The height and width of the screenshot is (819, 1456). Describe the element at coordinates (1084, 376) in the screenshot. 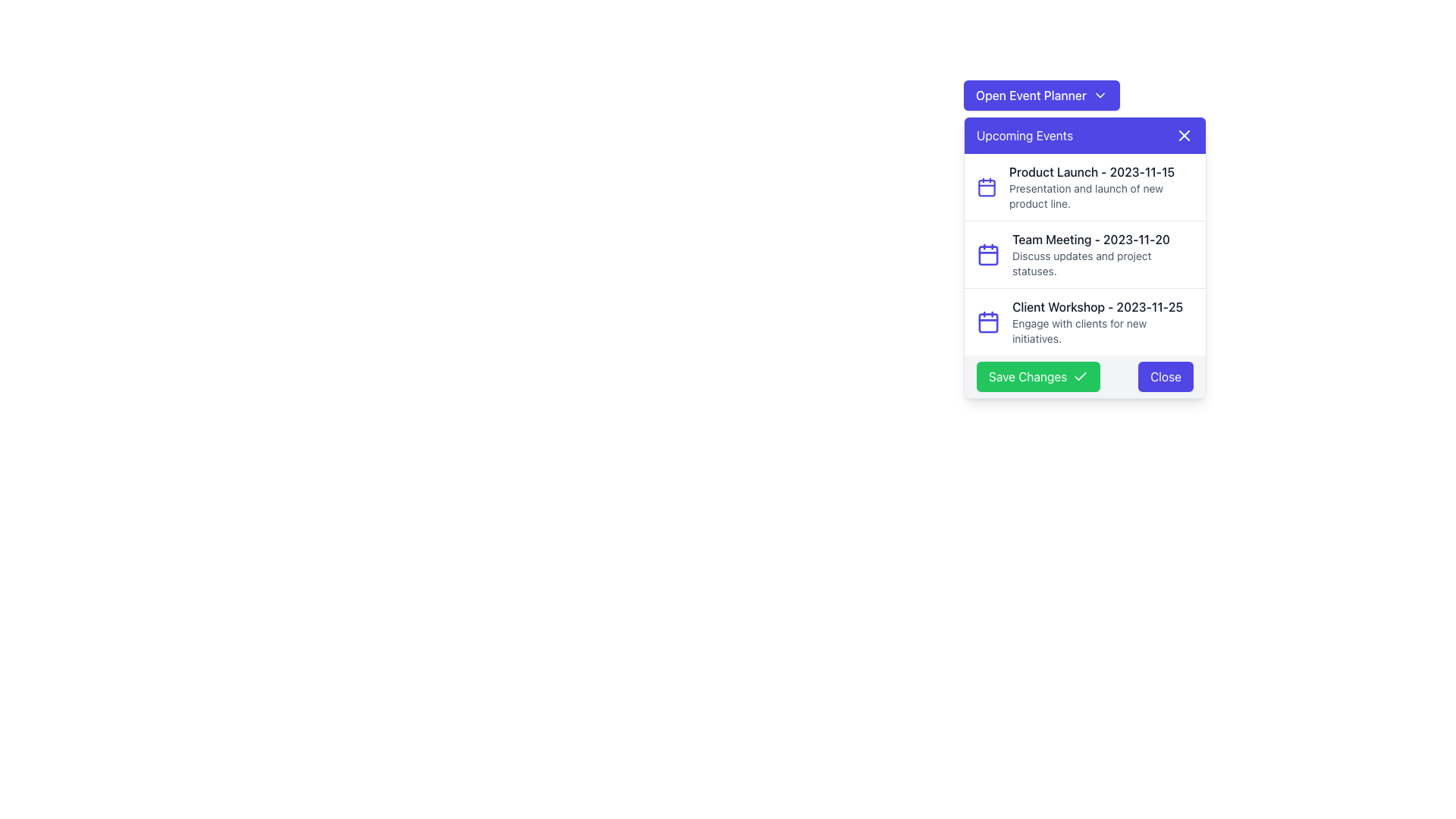

I see `'Save Changes' button with a green background and white text located at the bottom of the 'Upcoming Events' modal for debugging purposes` at that location.